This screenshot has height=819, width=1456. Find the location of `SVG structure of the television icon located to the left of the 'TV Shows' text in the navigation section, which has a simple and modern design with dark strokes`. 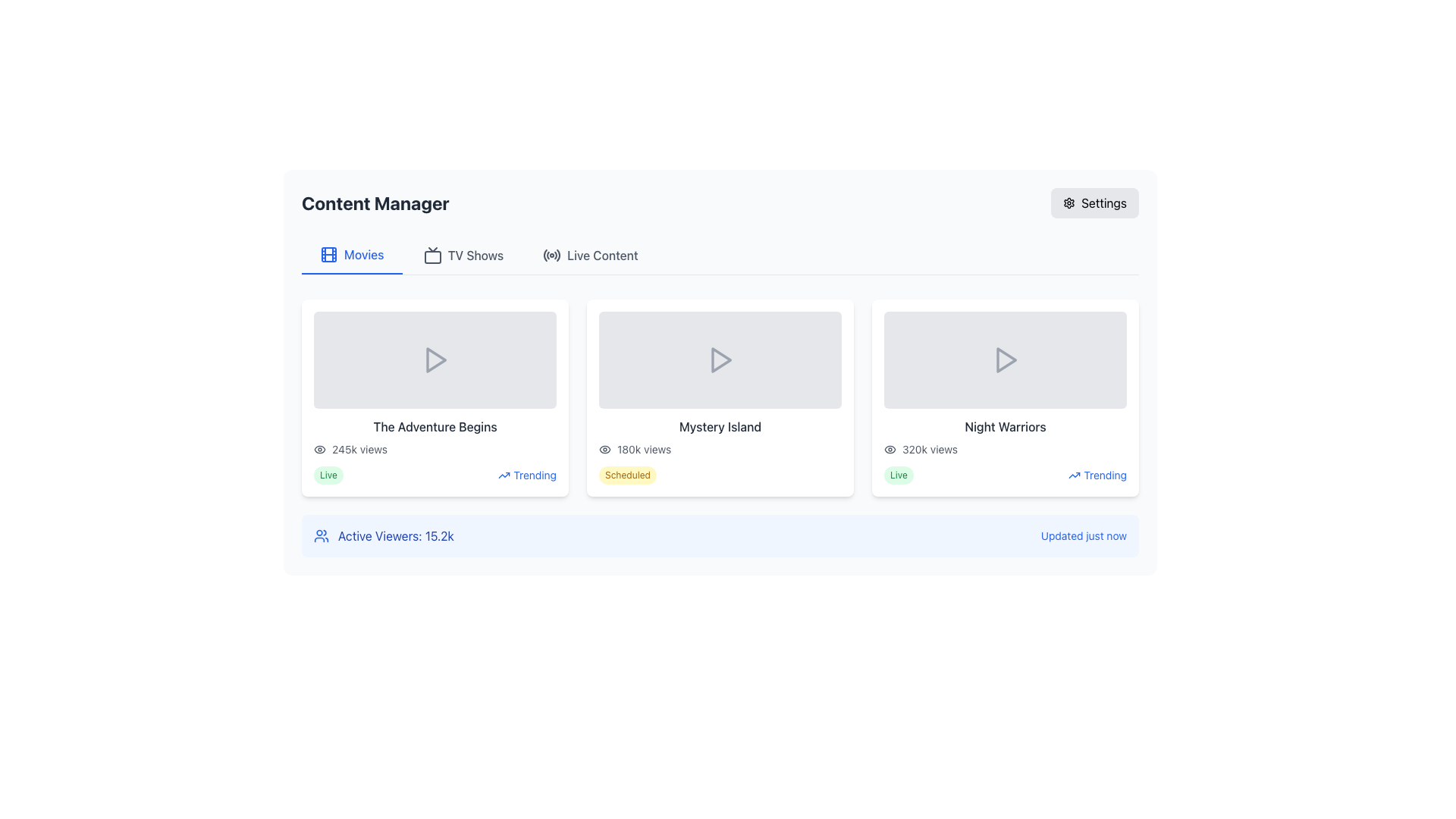

SVG structure of the television icon located to the left of the 'TV Shows' text in the navigation section, which has a simple and modern design with dark strokes is located at coordinates (431, 254).